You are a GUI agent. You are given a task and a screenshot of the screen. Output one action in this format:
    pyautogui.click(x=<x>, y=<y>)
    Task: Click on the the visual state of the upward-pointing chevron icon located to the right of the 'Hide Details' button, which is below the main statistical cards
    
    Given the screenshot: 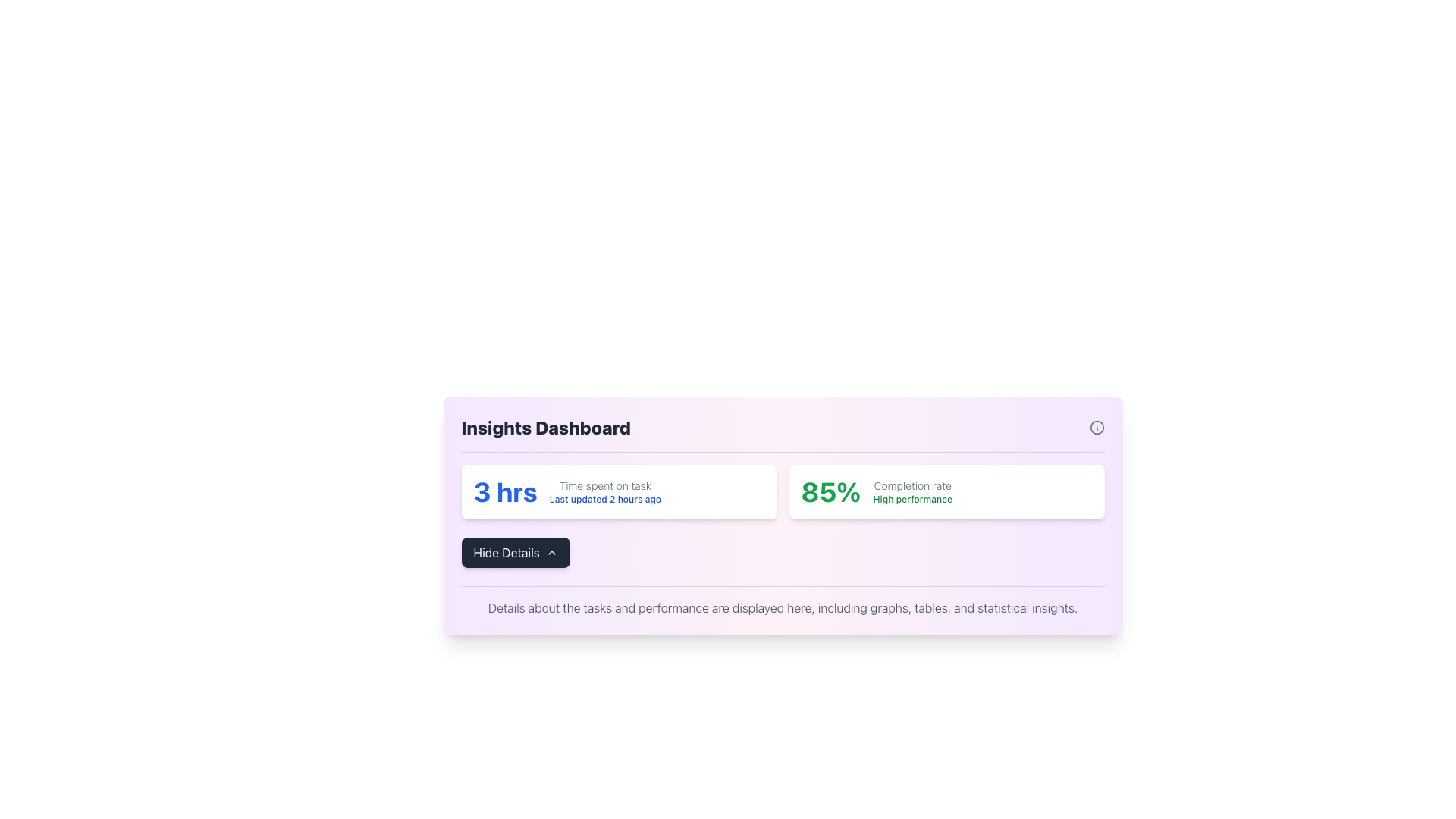 What is the action you would take?
    pyautogui.click(x=551, y=553)
    